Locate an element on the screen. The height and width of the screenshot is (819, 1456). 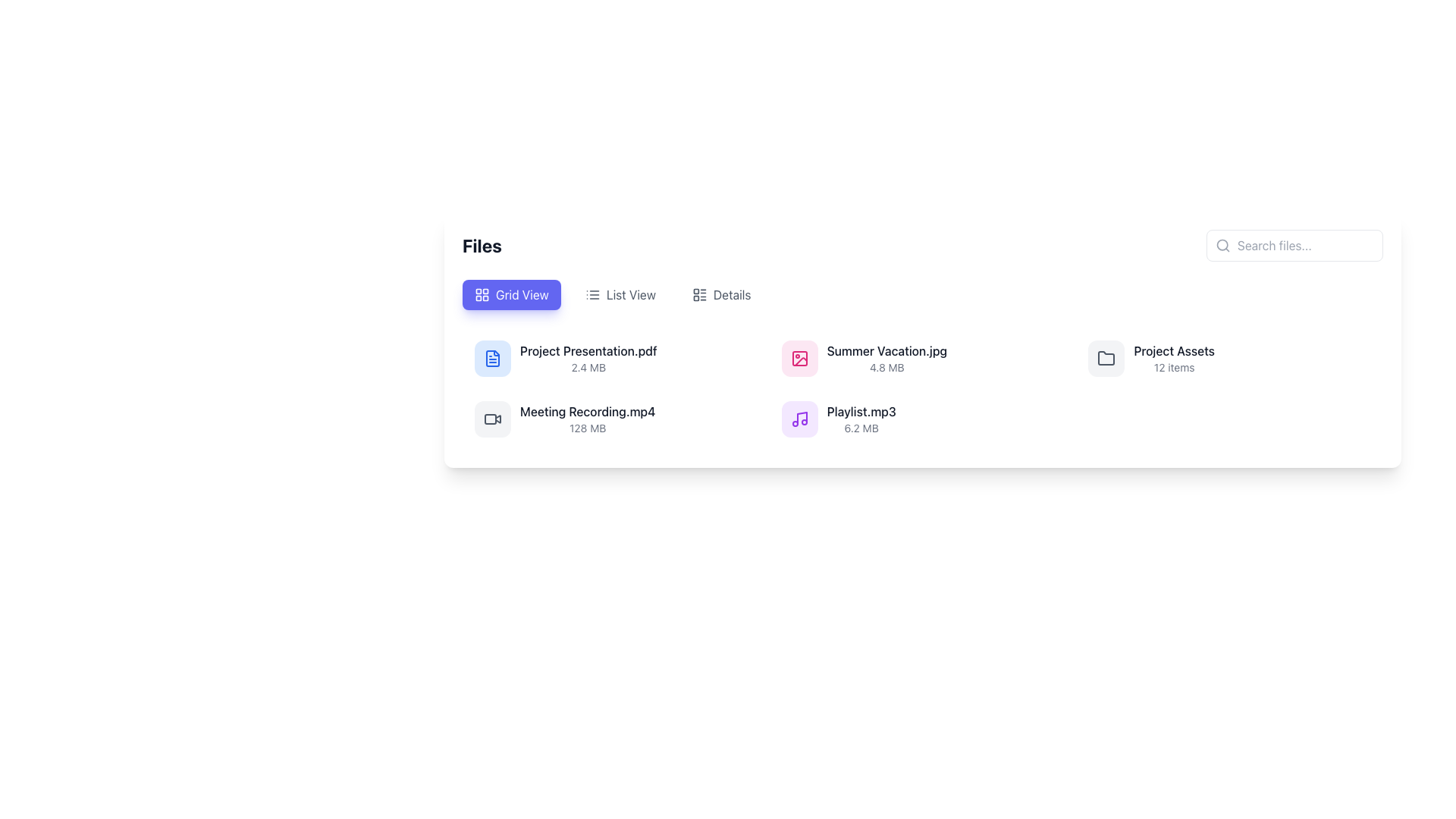
file name displayed in the static text label showing 'Summer Vacation.jpg', which is styled in dark gray and positioned above the file size label in the file viewer interface's Grid View layout is located at coordinates (886, 350).